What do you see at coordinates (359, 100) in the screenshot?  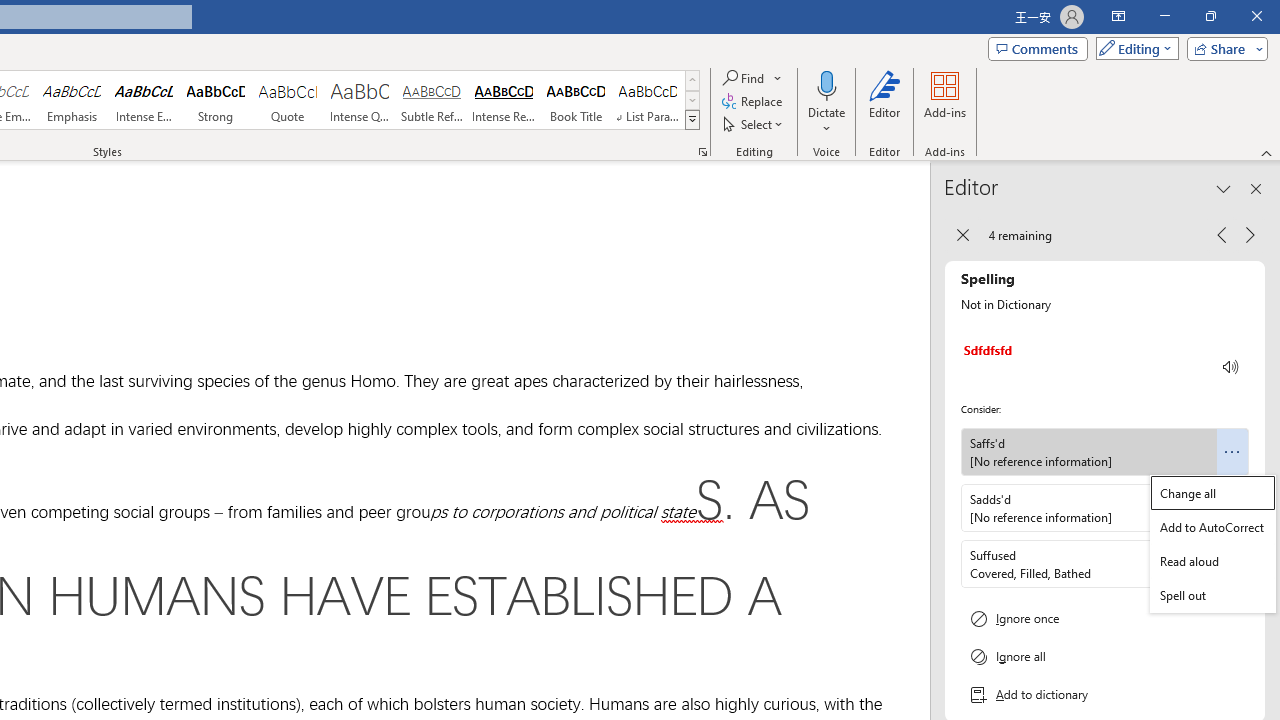 I see `'Intense Quote'` at bounding box center [359, 100].